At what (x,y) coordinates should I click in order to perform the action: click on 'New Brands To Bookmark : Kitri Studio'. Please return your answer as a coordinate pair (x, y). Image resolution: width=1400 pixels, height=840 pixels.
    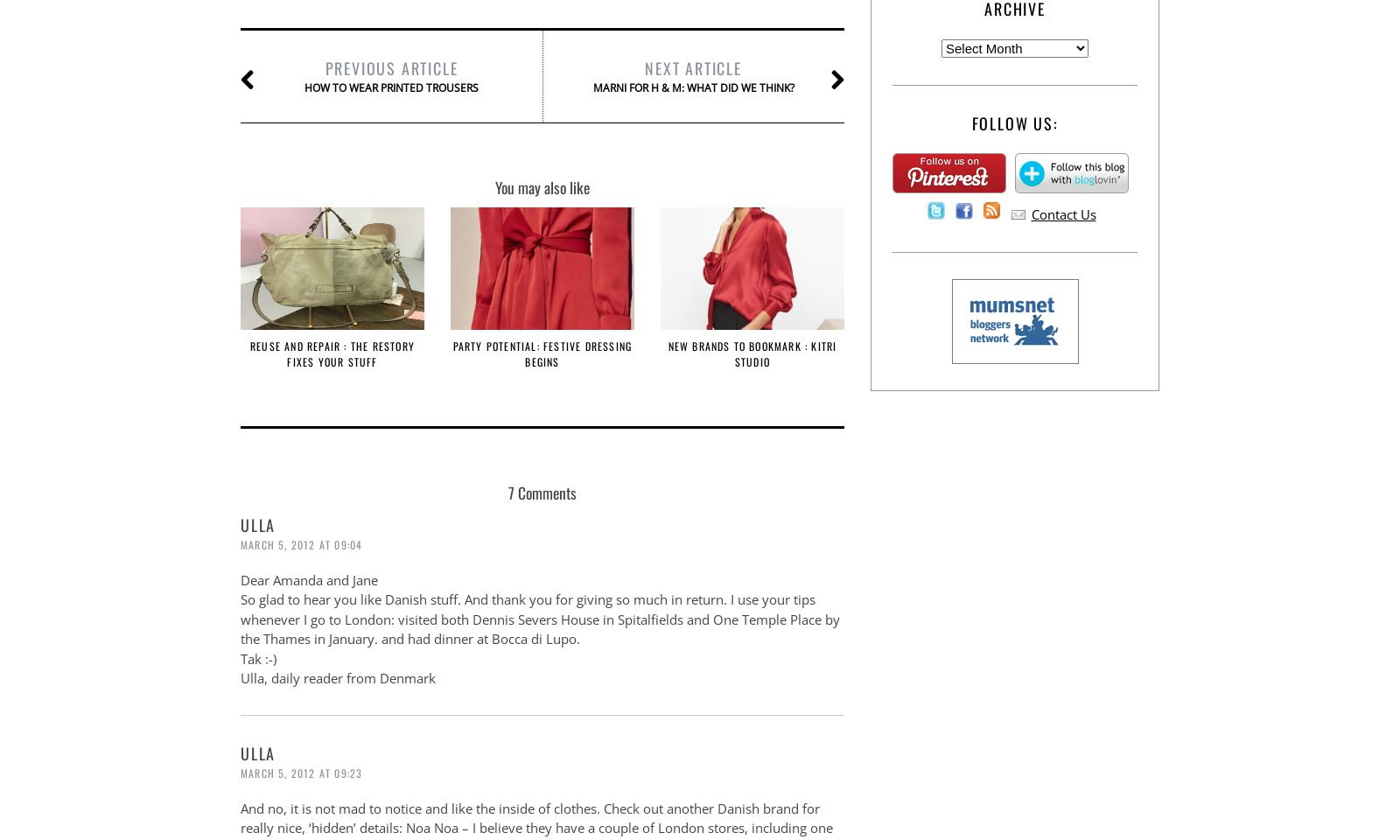
    Looking at the image, I should click on (751, 353).